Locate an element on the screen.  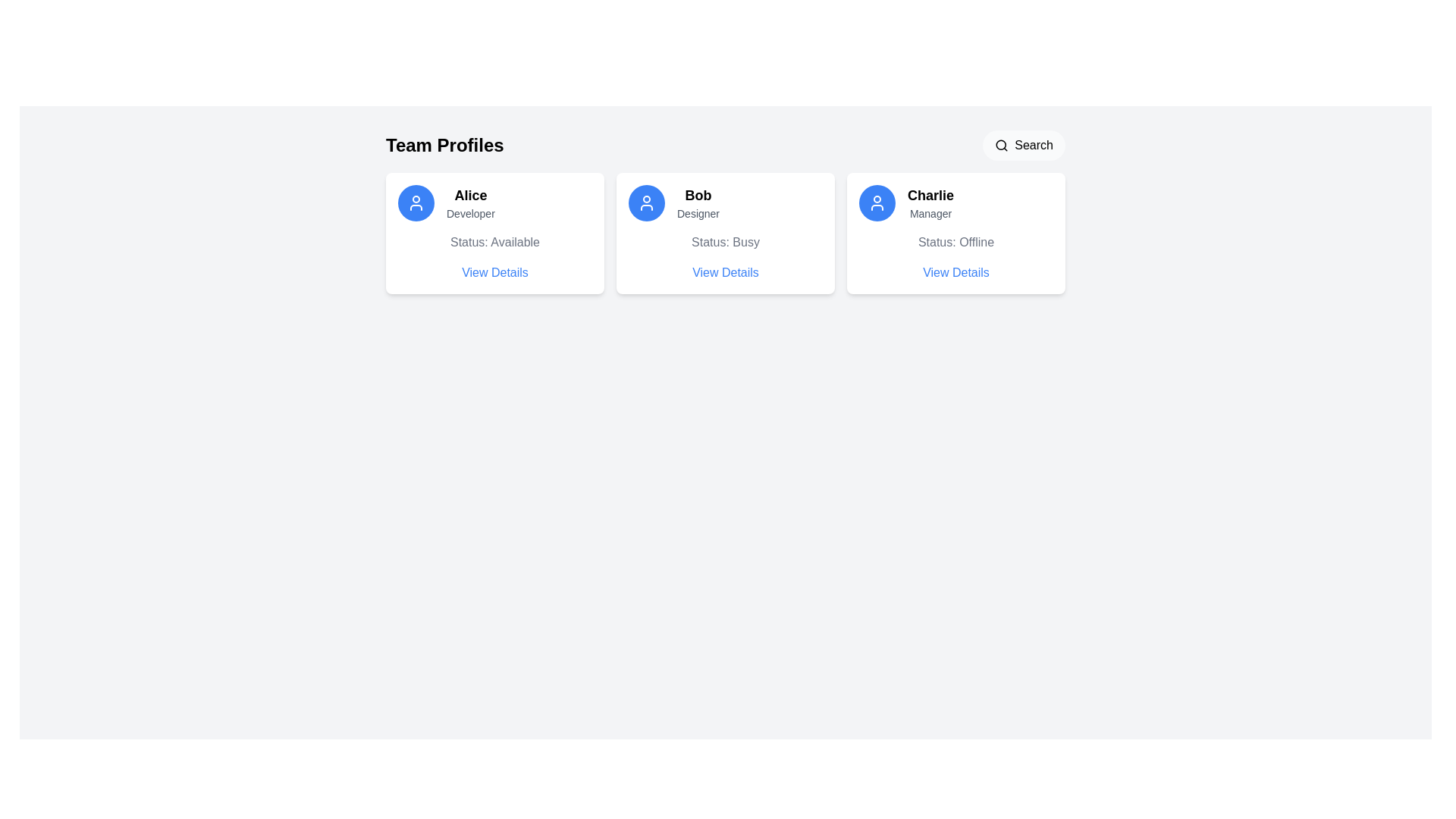
the 'Designer' label which is displayed in a small, light gray font below the name 'Bob' in the 'Team Profiles' section is located at coordinates (698, 213).